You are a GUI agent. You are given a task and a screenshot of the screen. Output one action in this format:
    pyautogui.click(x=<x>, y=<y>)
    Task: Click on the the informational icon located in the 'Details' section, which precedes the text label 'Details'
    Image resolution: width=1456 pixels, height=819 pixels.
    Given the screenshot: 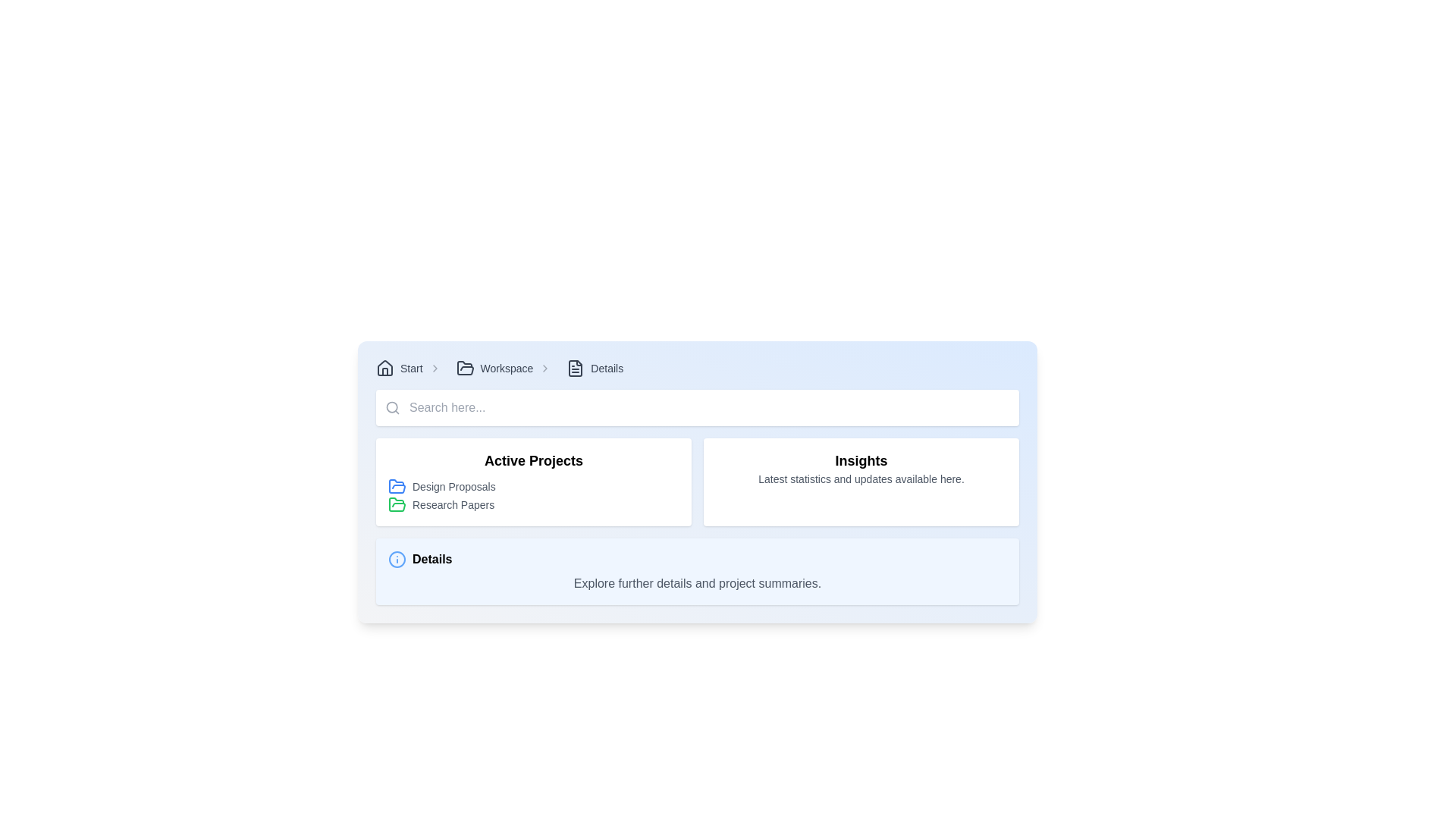 What is the action you would take?
    pyautogui.click(x=397, y=559)
    